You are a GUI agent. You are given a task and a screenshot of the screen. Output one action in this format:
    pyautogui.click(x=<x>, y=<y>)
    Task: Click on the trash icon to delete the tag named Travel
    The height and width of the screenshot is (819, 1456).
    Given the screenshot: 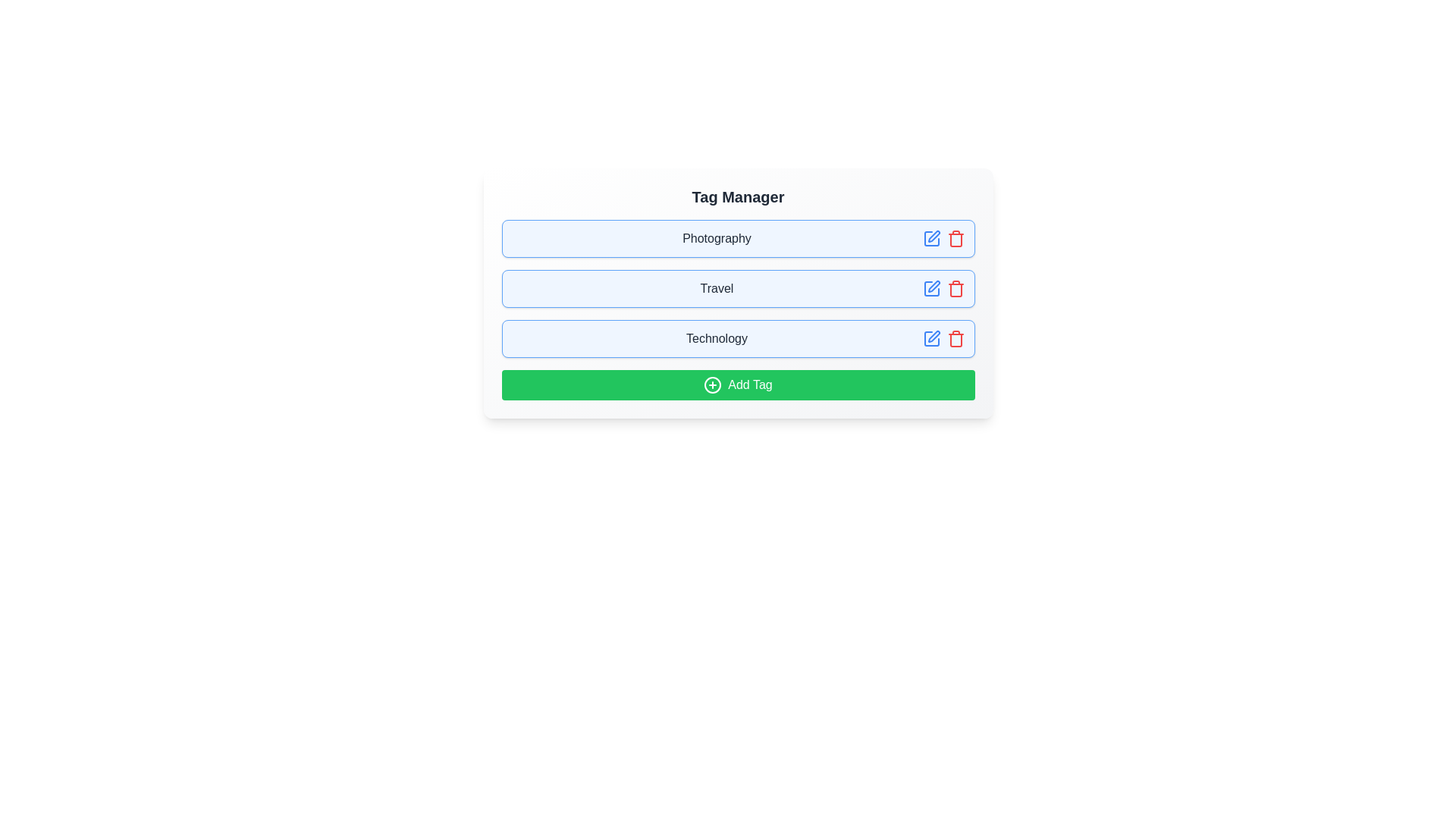 What is the action you would take?
    pyautogui.click(x=955, y=289)
    